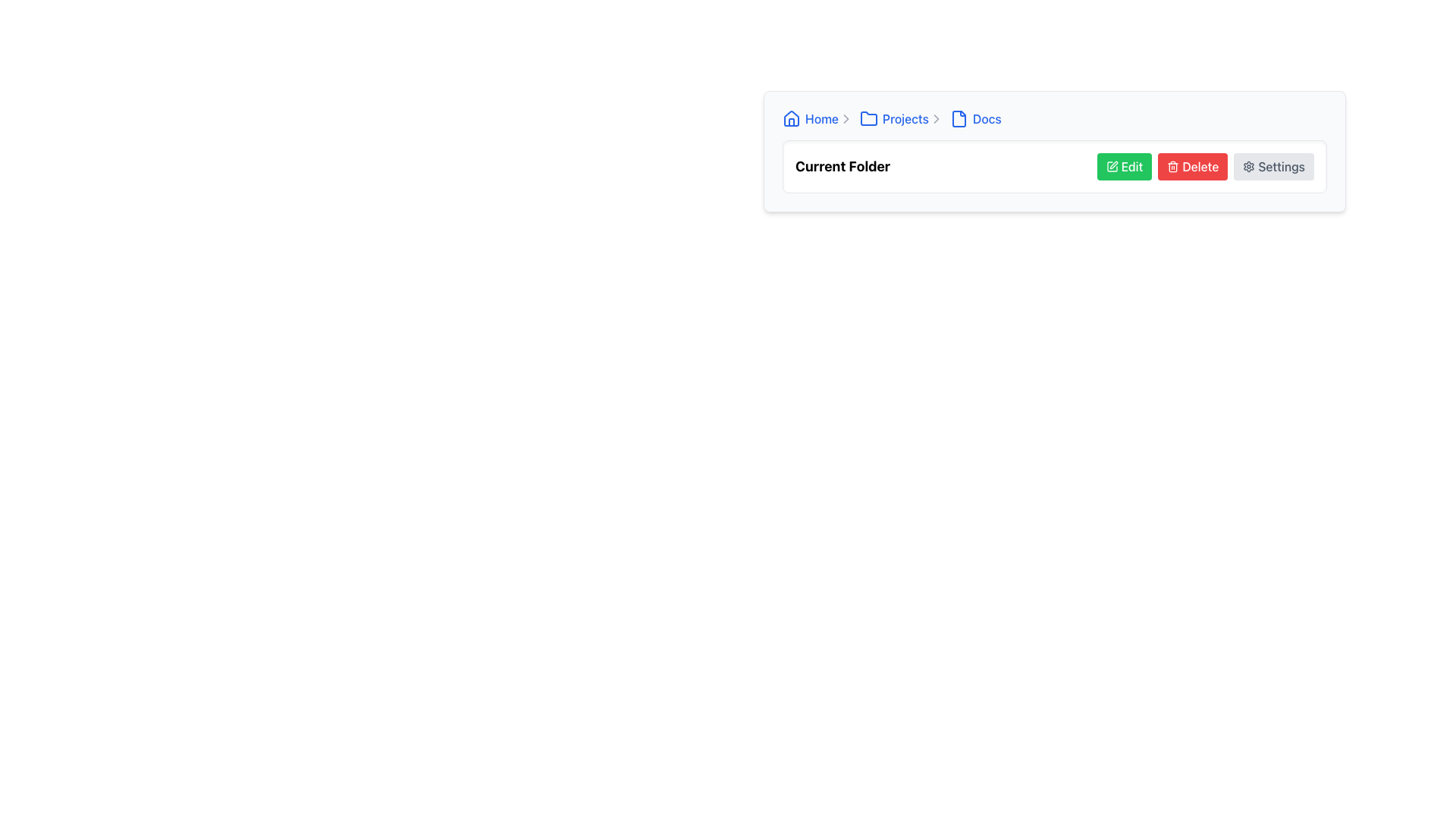 The height and width of the screenshot is (819, 1456). What do you see at coordinates (894, 118) in the screenshot?
I see `the 'Projects' hyperlink in the breadcrumb navigation bar to change the text color to a darker shade of blue` at bounding box center [894, 118].